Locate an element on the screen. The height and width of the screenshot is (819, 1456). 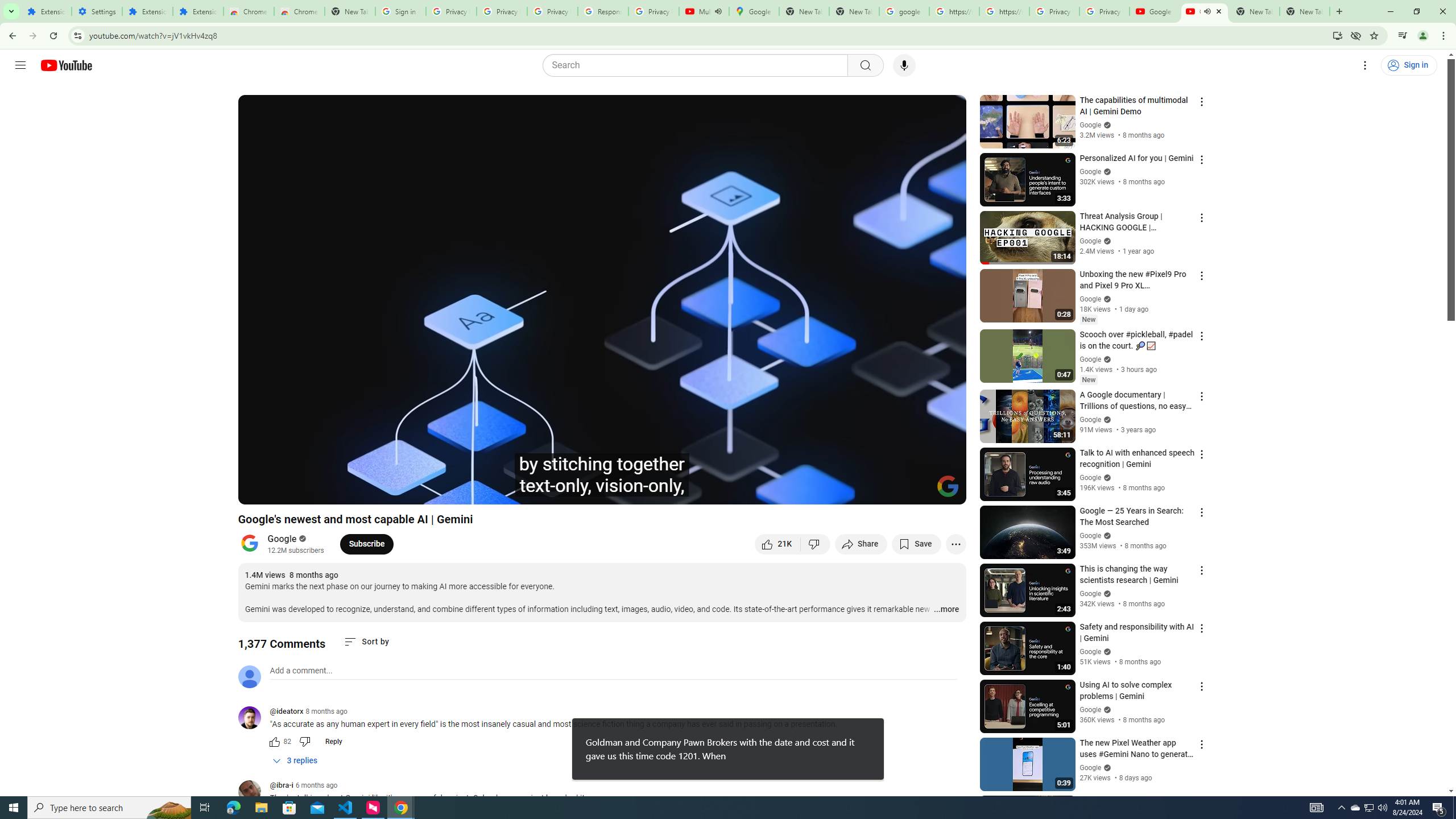
'Reply' is located at coordinates (333, 741).